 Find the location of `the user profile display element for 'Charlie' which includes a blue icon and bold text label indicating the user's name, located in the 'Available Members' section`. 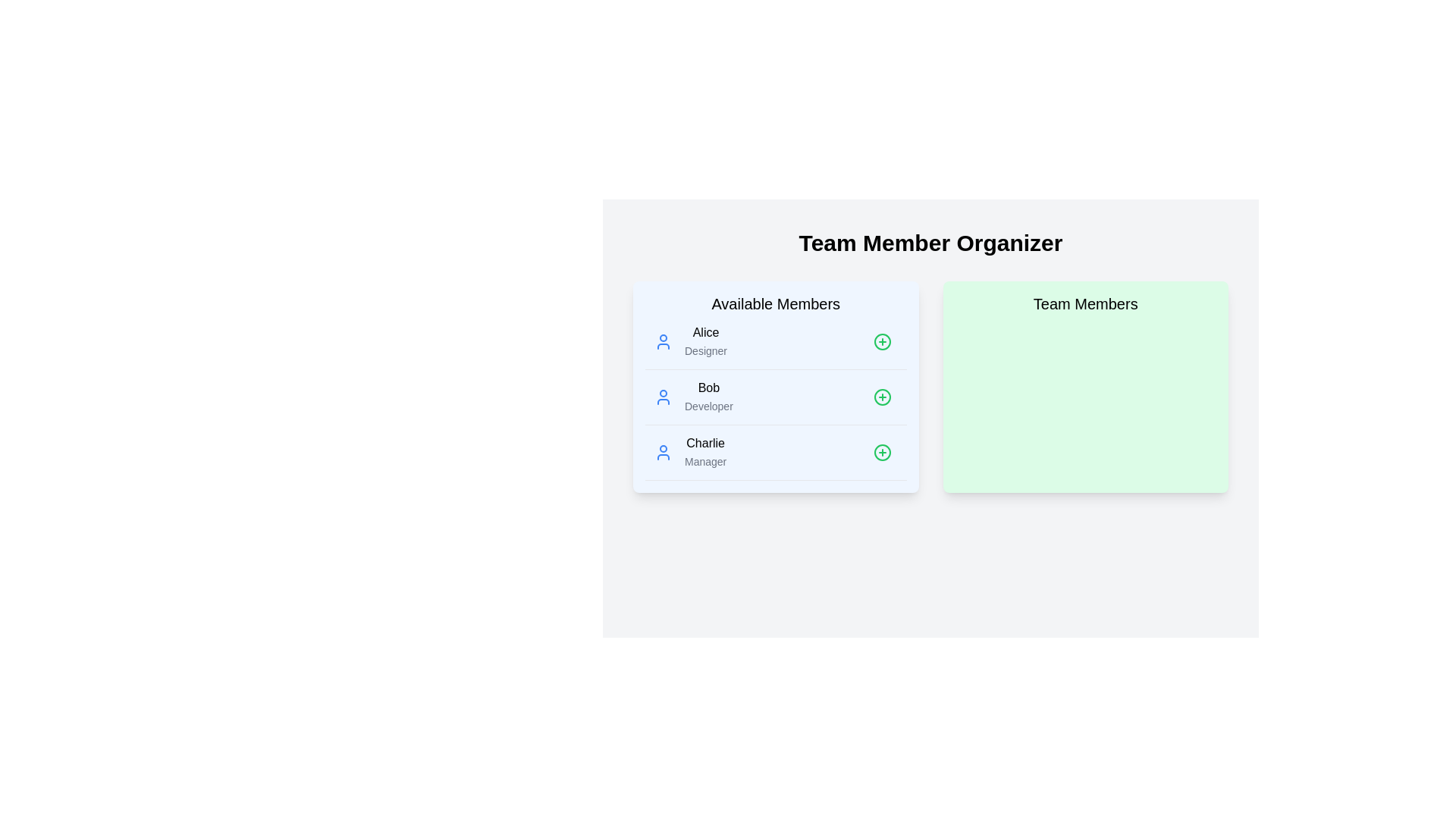

the user profile display element for 'Charlie' which includes a blue icon and bold text label indicating the user's name, located in the 'Available Members' section is located at coordinates (689, 452).